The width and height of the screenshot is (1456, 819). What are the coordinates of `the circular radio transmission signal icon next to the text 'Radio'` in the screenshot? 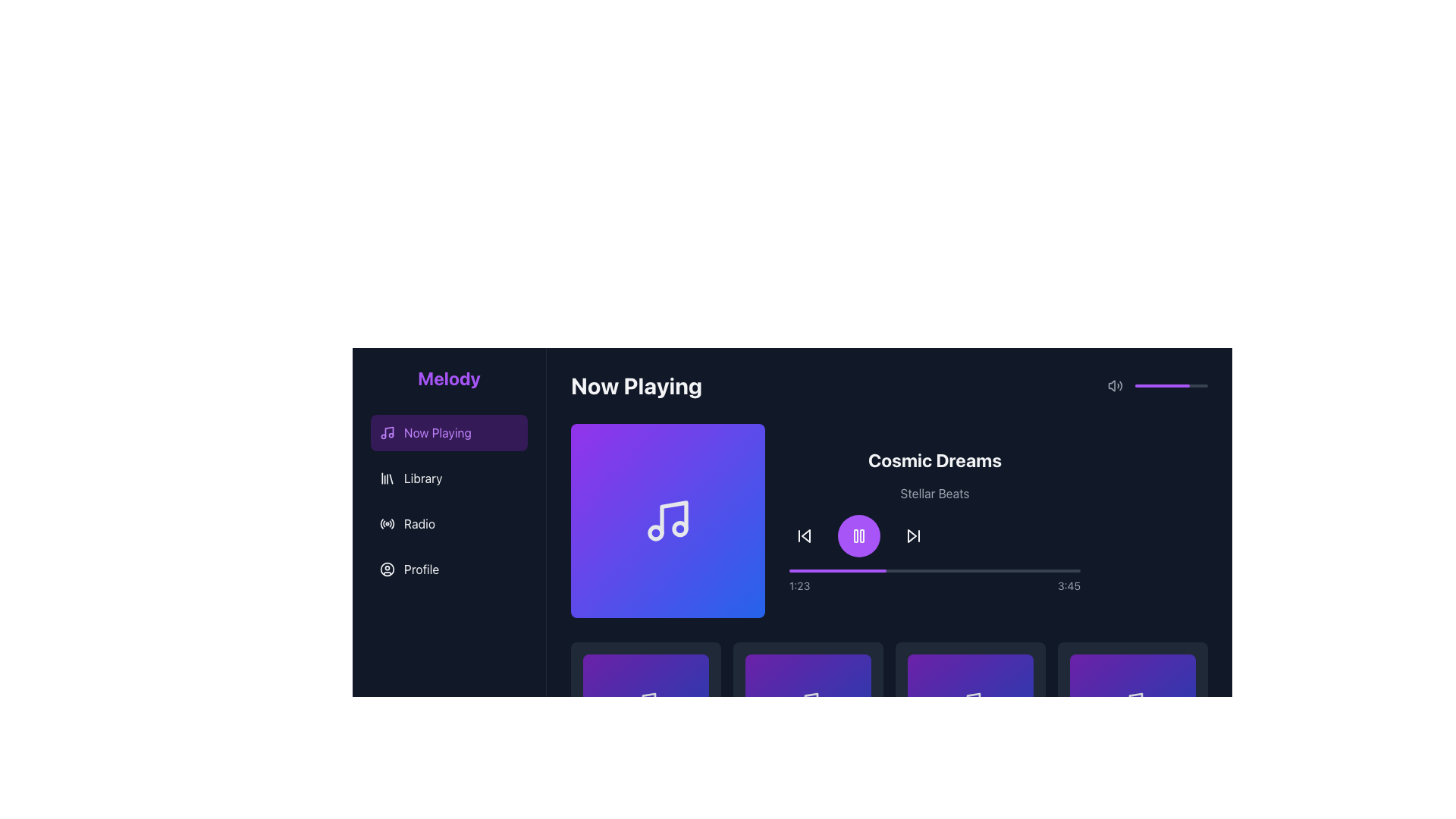 It's located at (387, 522).